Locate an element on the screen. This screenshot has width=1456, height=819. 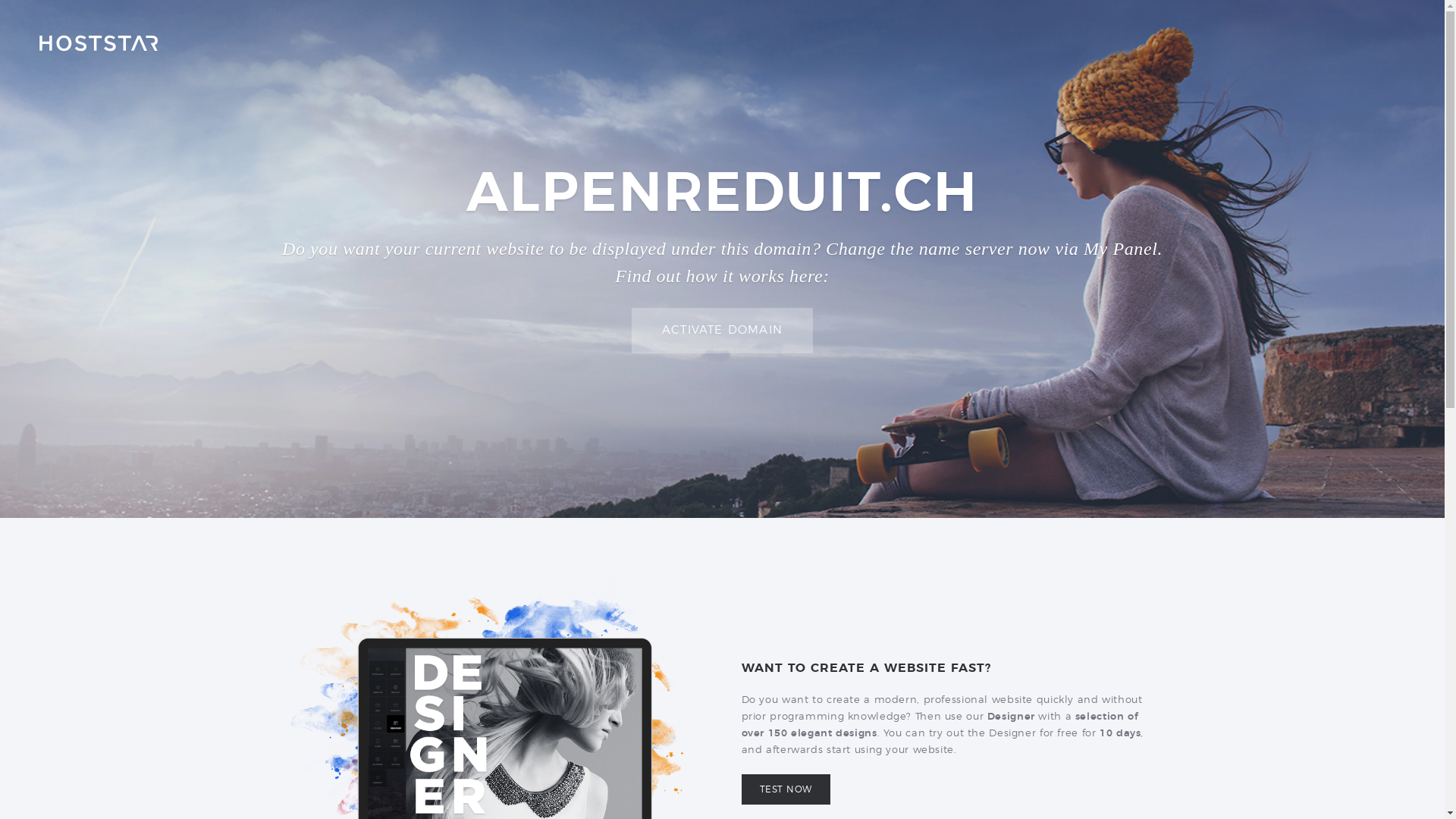
'TEST NOW' is located at coordinates (786, 789).